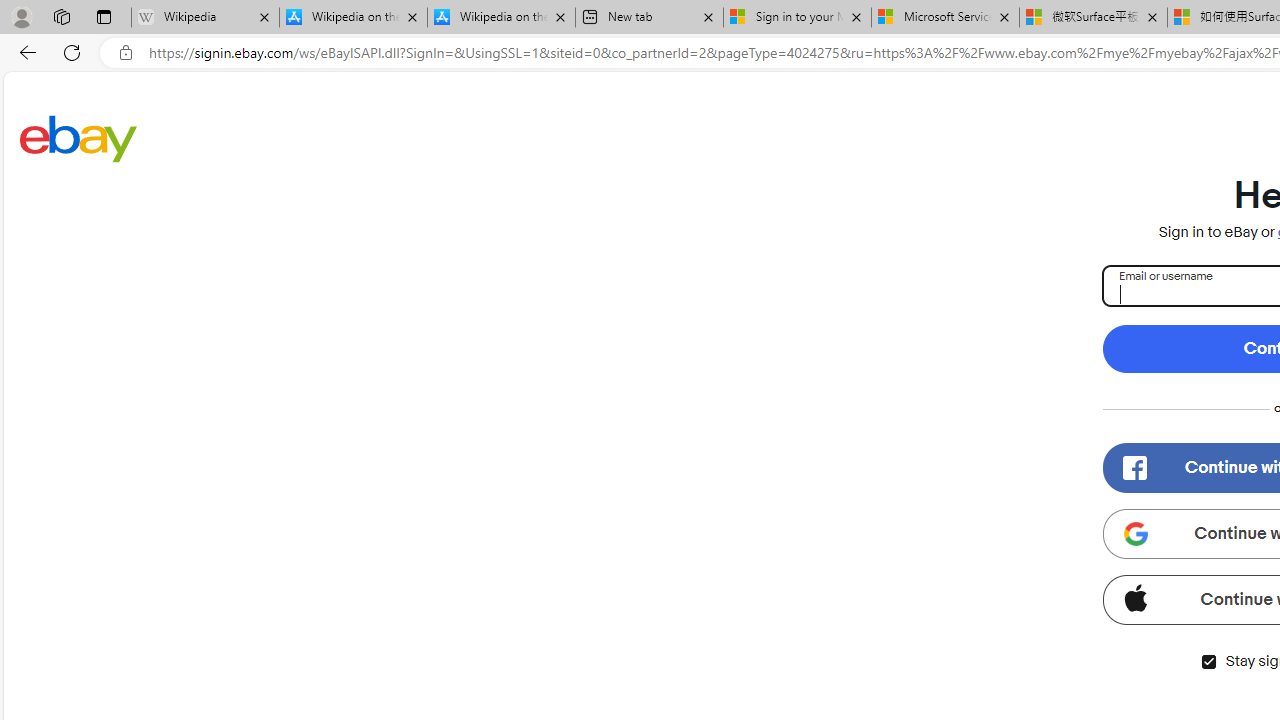  Describe the element at coordinates (1135, 596) in the screenshot. I see `'Class: apple-icon'` at that location.